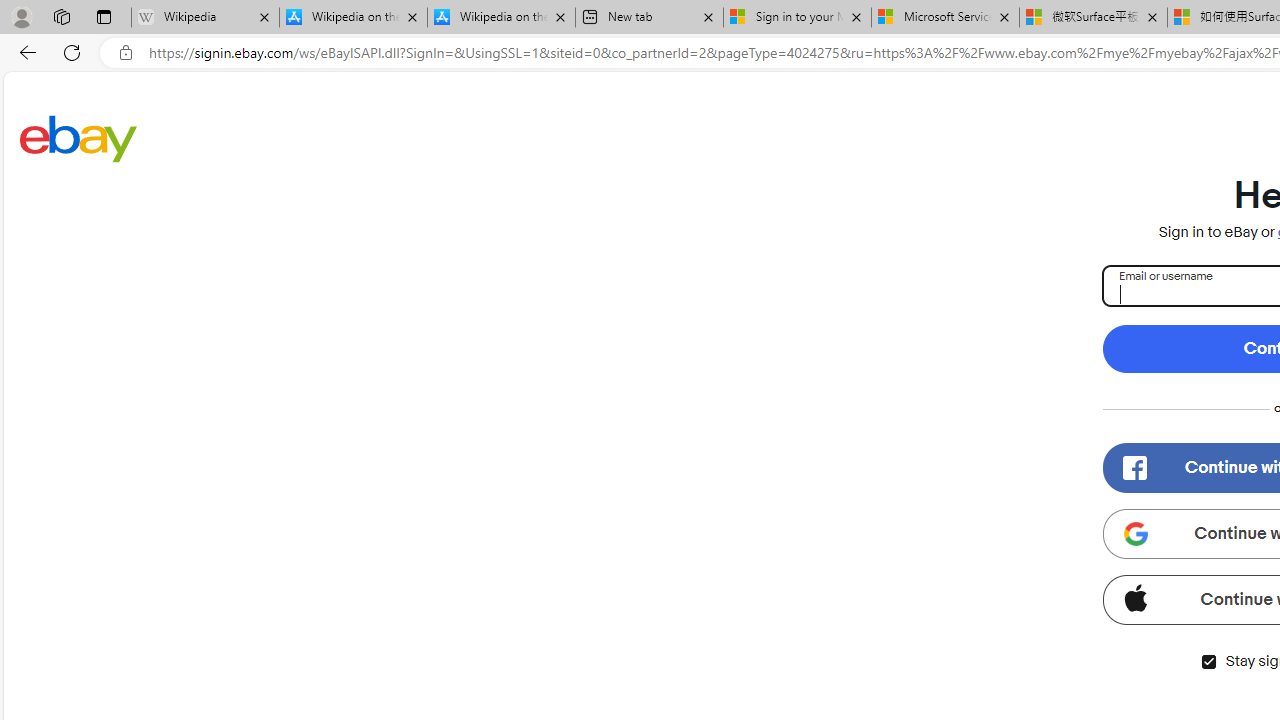  Describe the element at coordinates (1135, 596) in the screenshot. I see `'Class: apple-icon'` at that location.